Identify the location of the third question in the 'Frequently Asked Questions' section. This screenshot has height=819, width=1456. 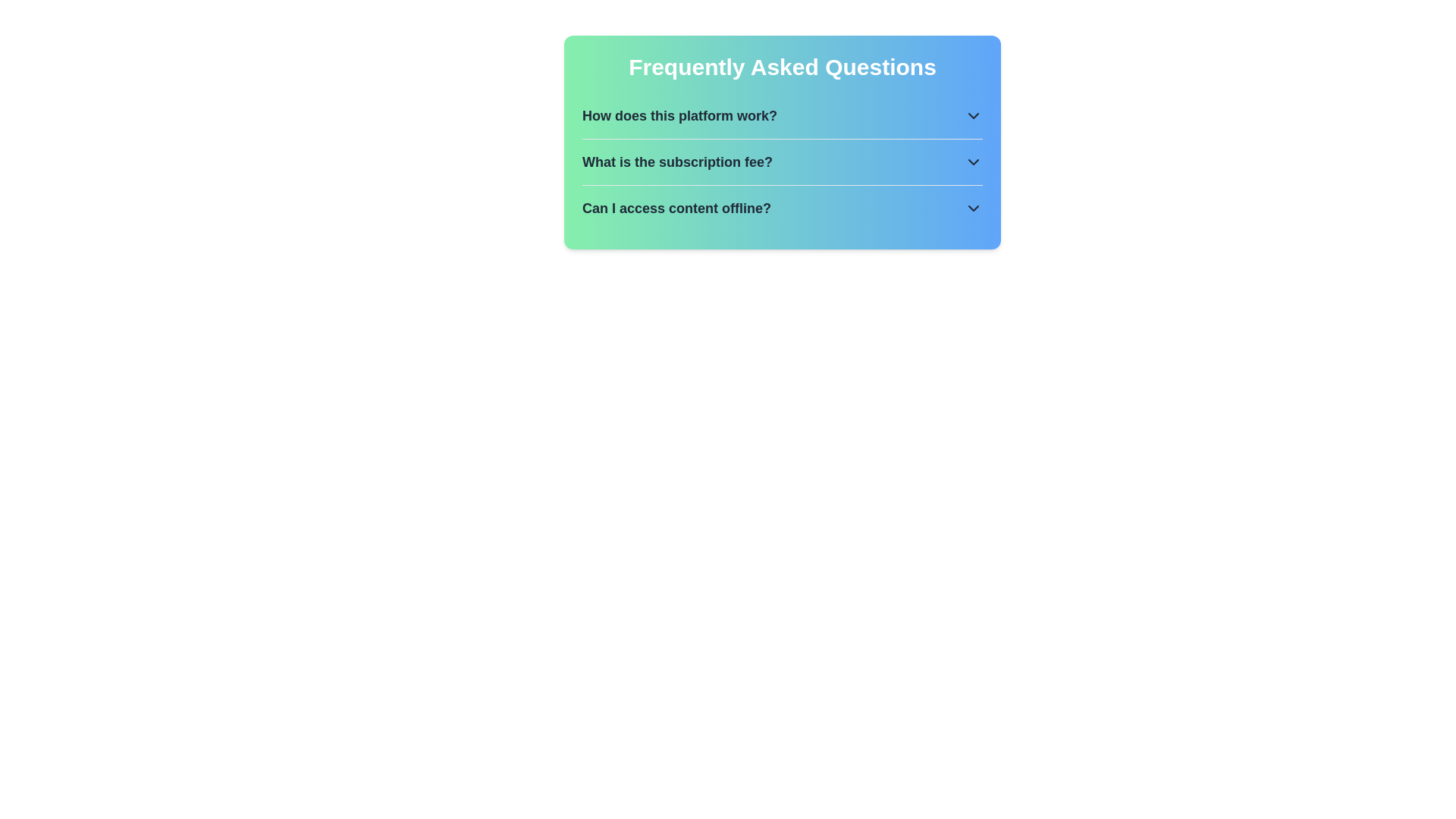
(676, 208).